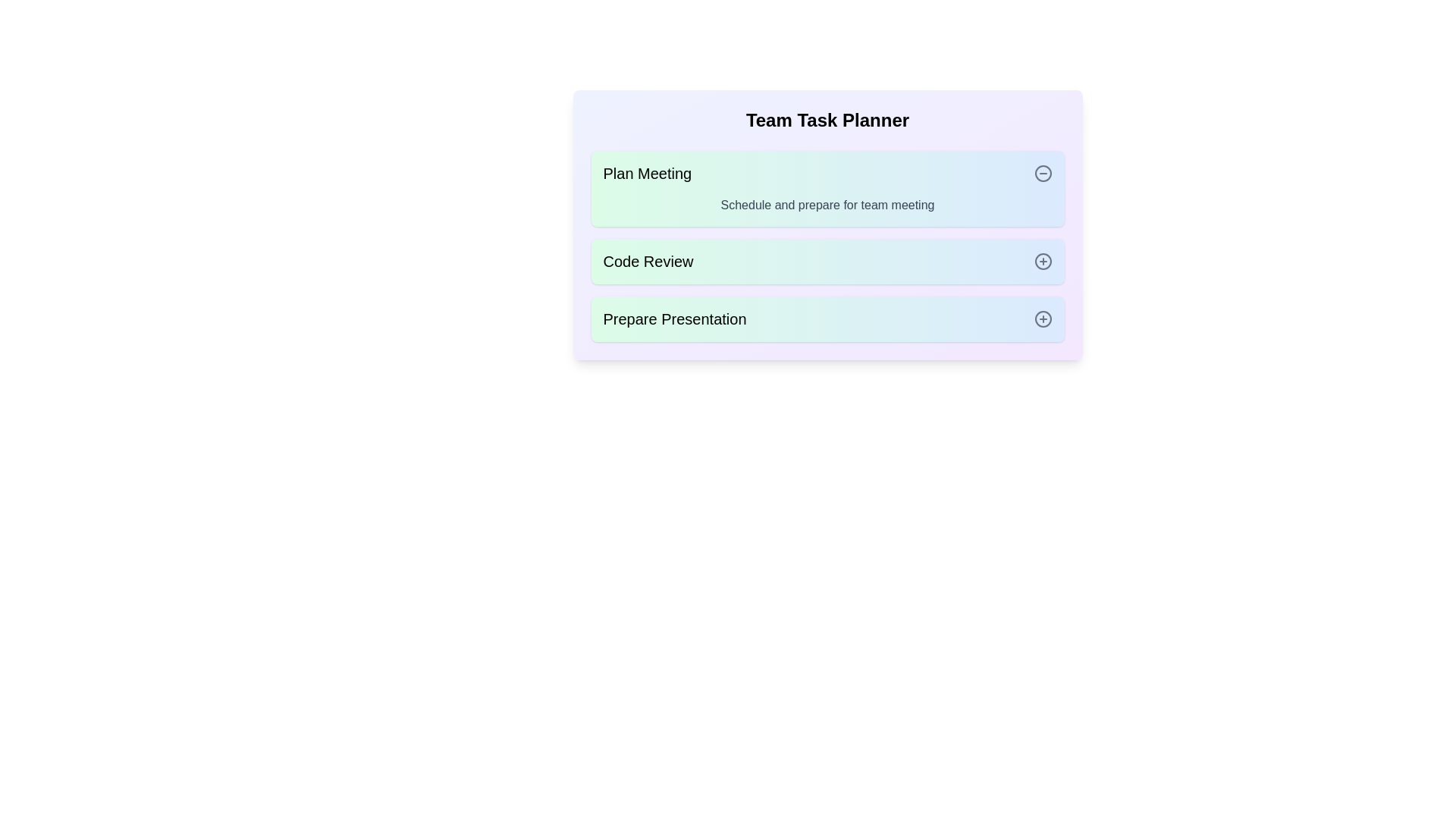 Image resolution: width=1456 pixels, height=819 pixels. I want to click on the toggle button for the task with name Prepare Presentation, so click(1042, 318).